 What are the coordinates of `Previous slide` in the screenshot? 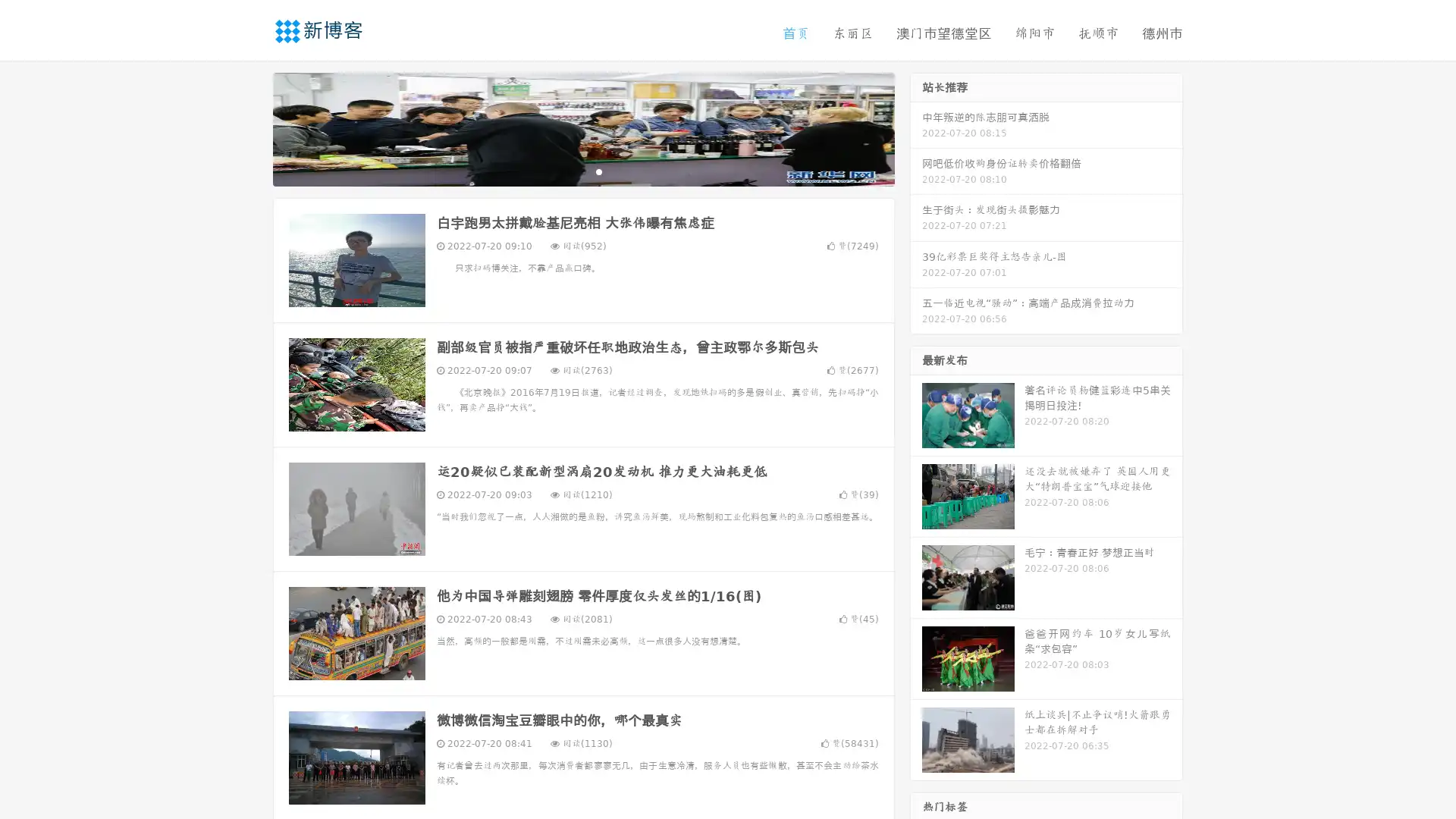 It's located at (250, 127).